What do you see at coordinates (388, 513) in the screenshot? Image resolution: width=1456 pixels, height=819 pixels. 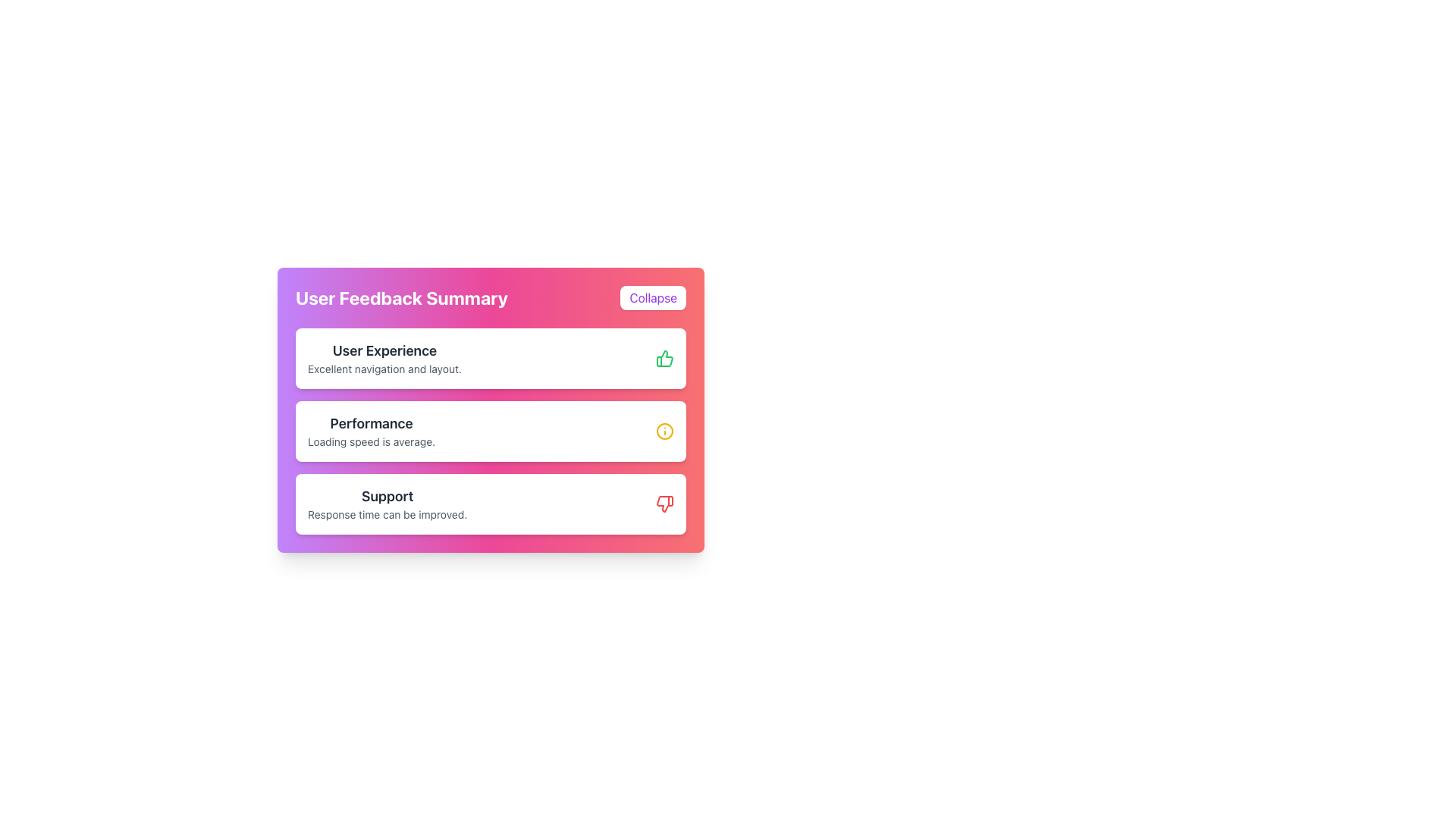 I see `the static text label that provides feedback information about the support section, located in the feedback card labeled 'Support', which is the third card in the vertically stacked list within the 'User Feedback Summary' panel` at bounding box center [388, 513].